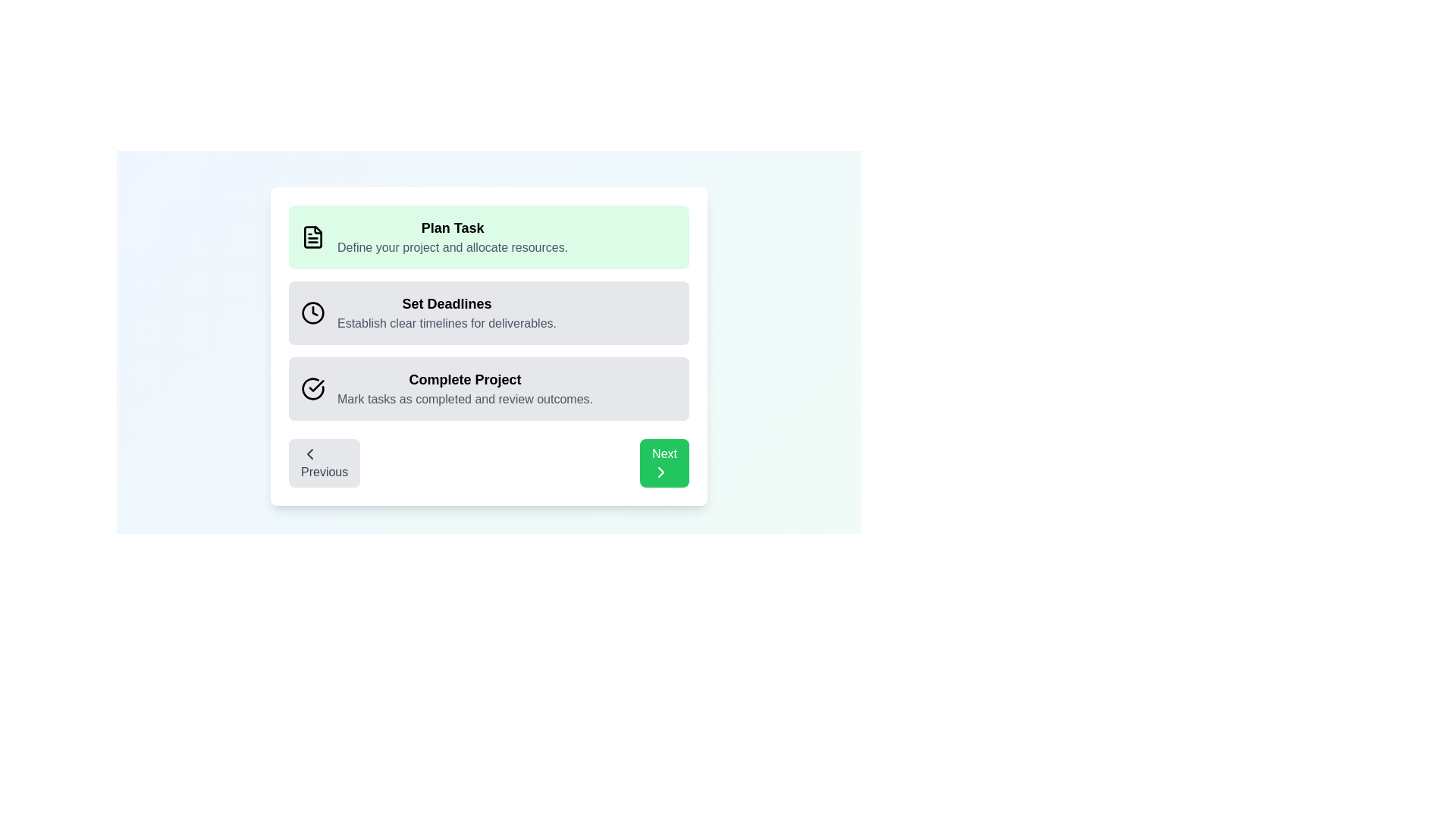  What do you see at coordinates (664, 462) in the screenshot?
I see `the Next button to navigate through the steps` at bounding box center [664, 462].